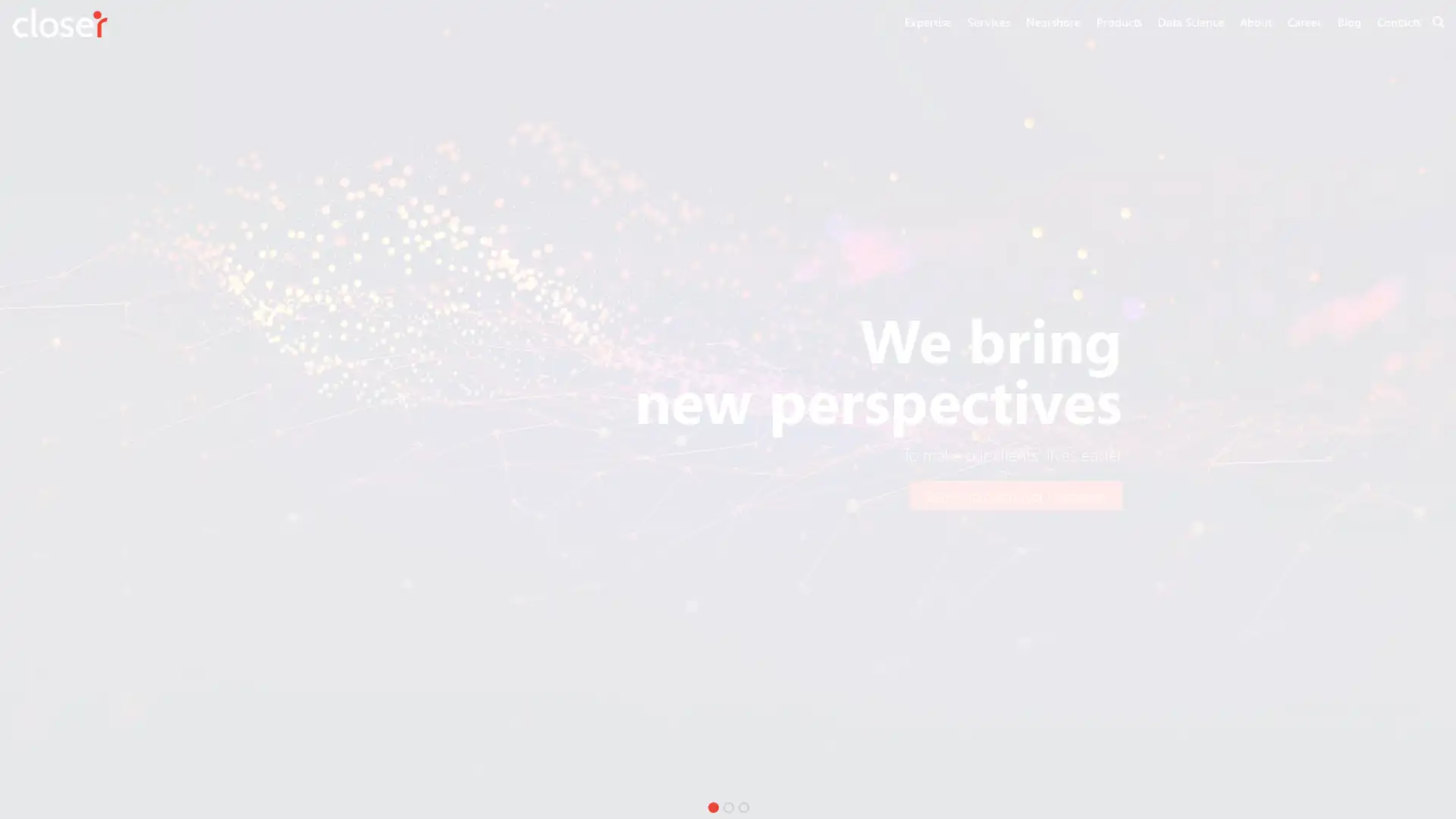 This screenshot has height=819, width=1456. What do you see at coordinates (743, 806) in the screenshot?
I see `3` at bounding box center [743, 806].